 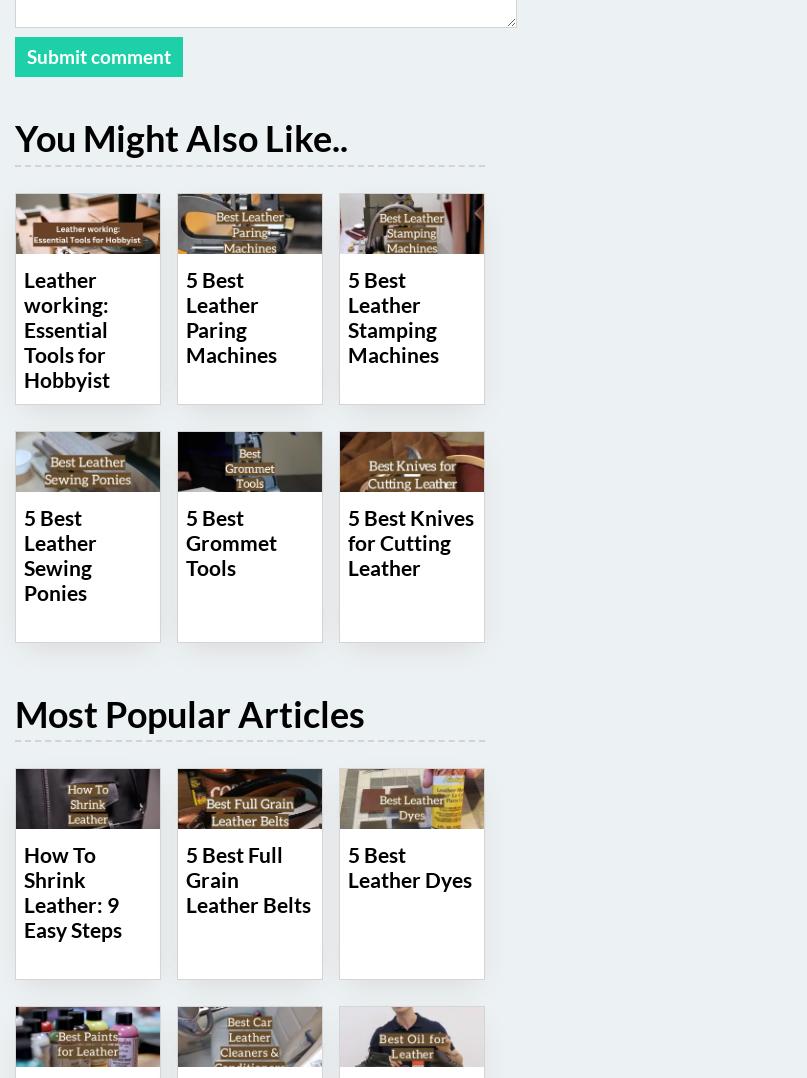 I want to click on '5 Best Knives for Cutting Leather', so click(x=410, y=540).